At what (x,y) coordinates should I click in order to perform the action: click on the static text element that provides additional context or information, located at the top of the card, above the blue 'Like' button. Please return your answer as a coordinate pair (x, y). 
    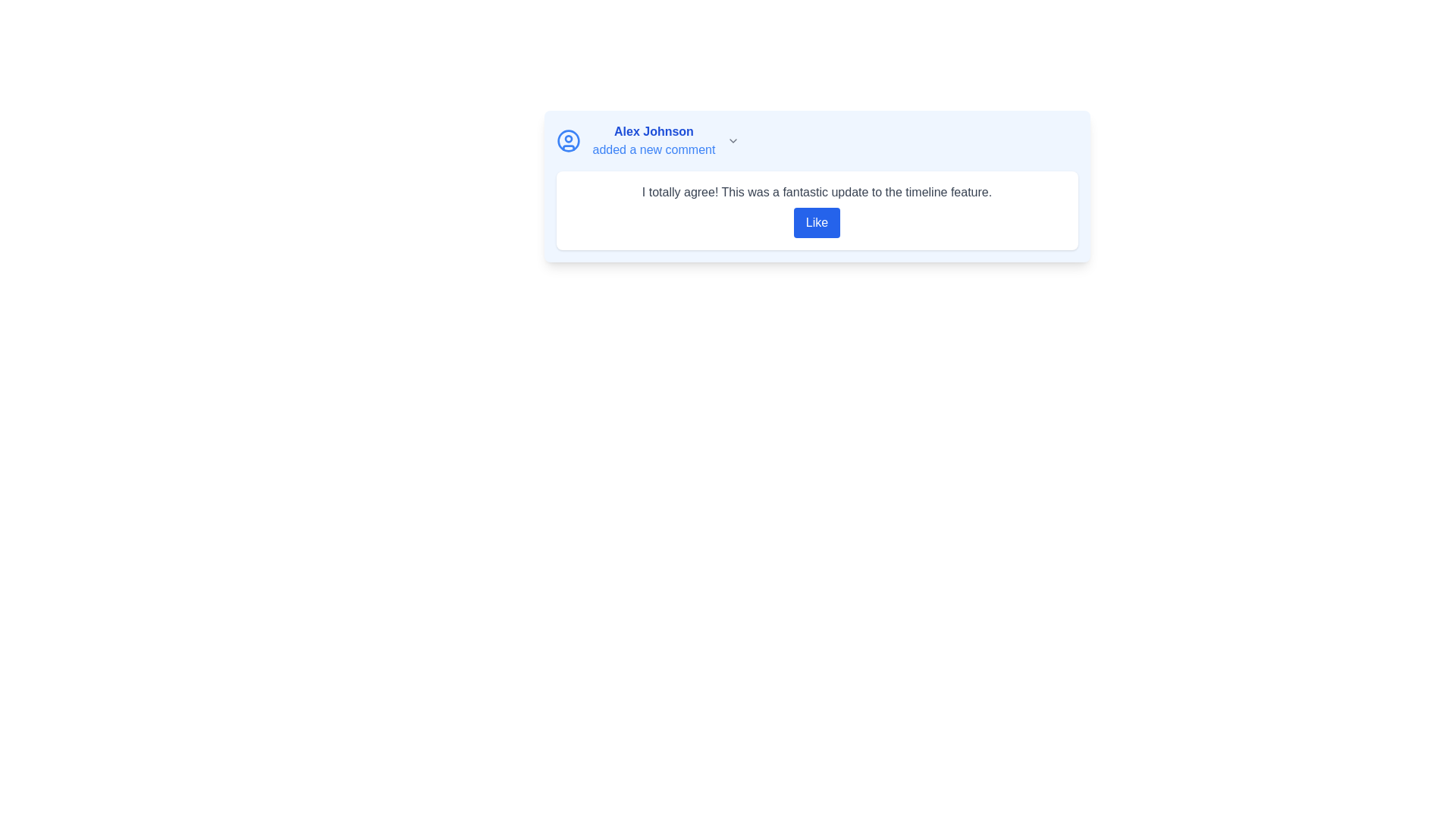
    Looking at the image, I should click on (816, 192).